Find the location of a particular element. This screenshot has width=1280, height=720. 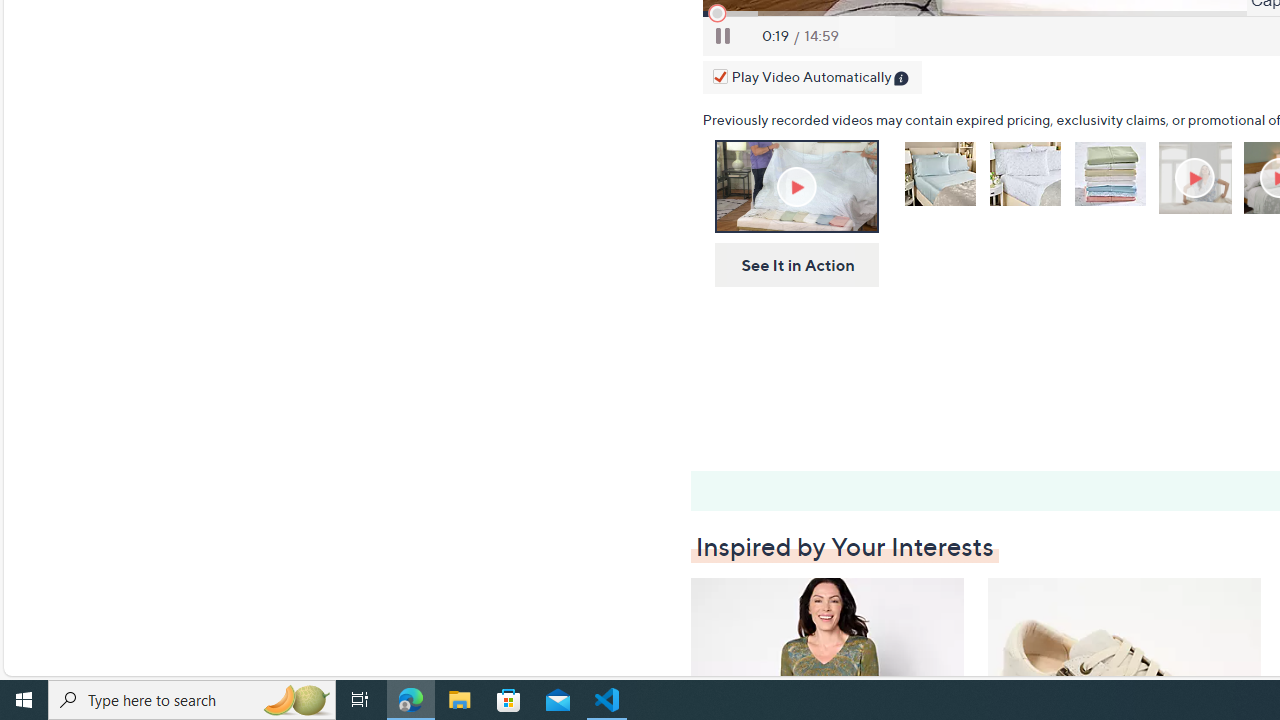

'Class: infoIcon' is located at coordinates (902, 79).